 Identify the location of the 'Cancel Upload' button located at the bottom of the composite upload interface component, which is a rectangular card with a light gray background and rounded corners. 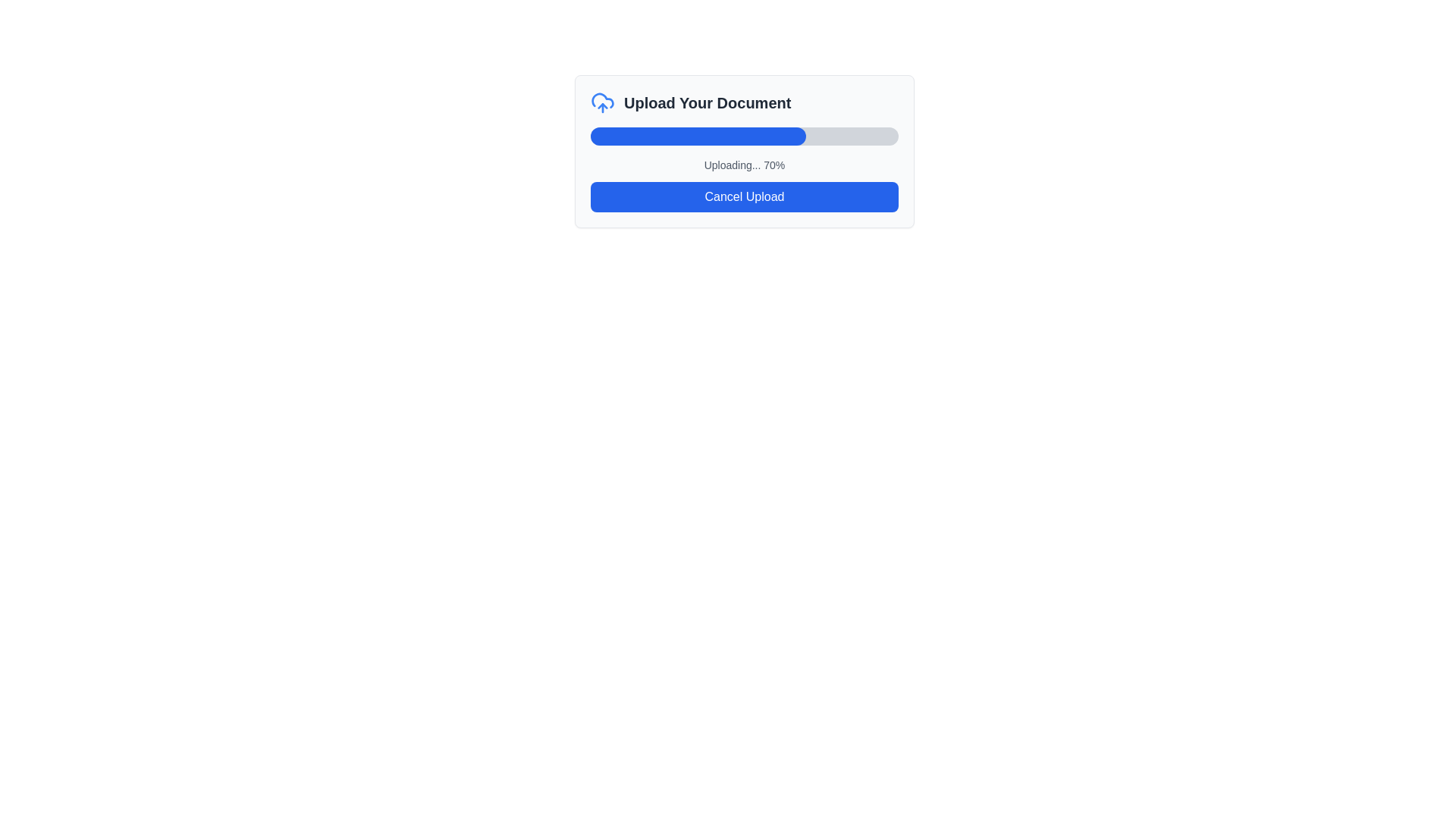
(745, 152).